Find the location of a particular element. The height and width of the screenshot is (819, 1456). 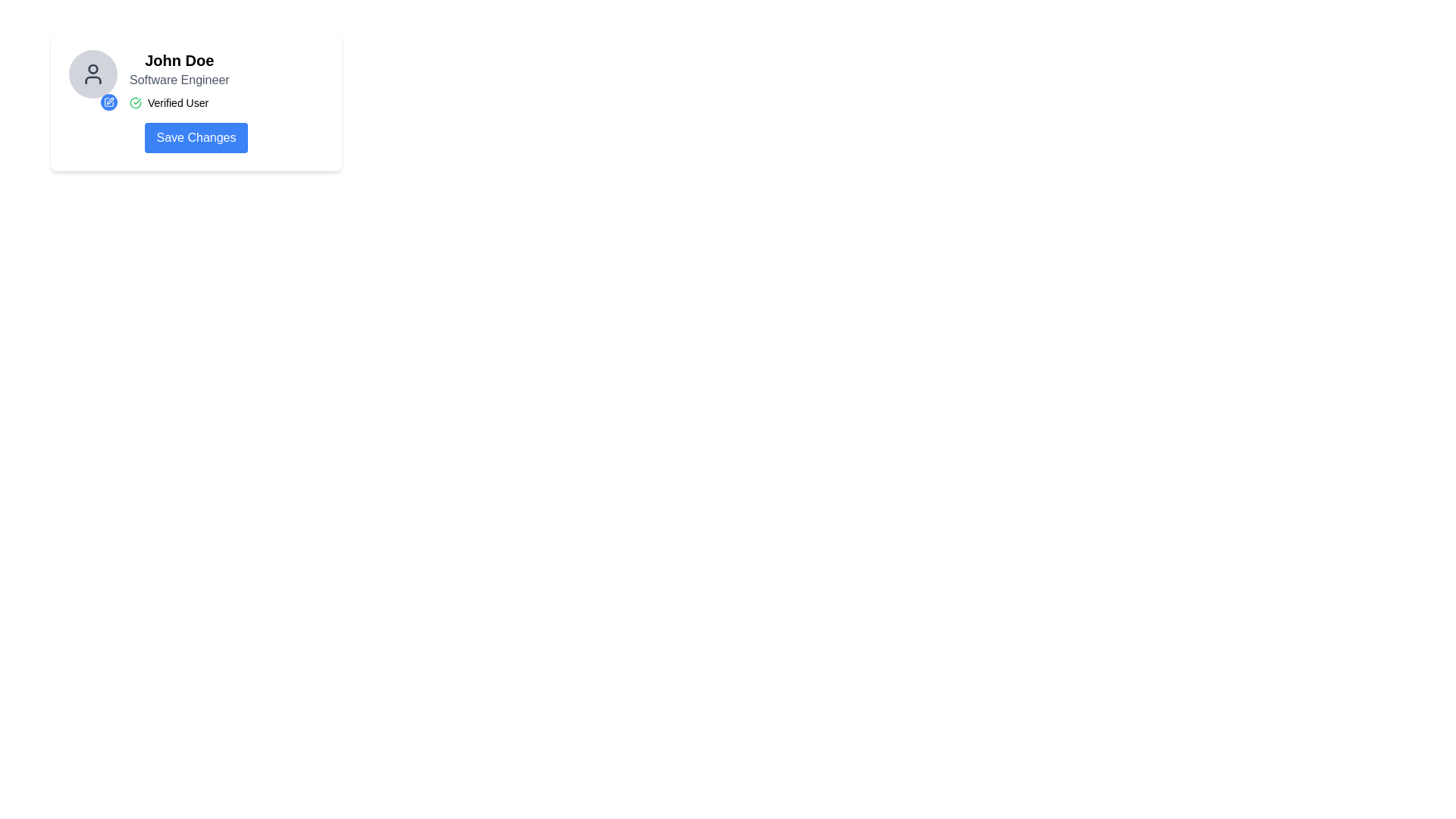

the circular graphic representing the head of the user in the gray-colored user outline SVG icon, located at the top of the user profile icon is located at coordinates (93, 69).